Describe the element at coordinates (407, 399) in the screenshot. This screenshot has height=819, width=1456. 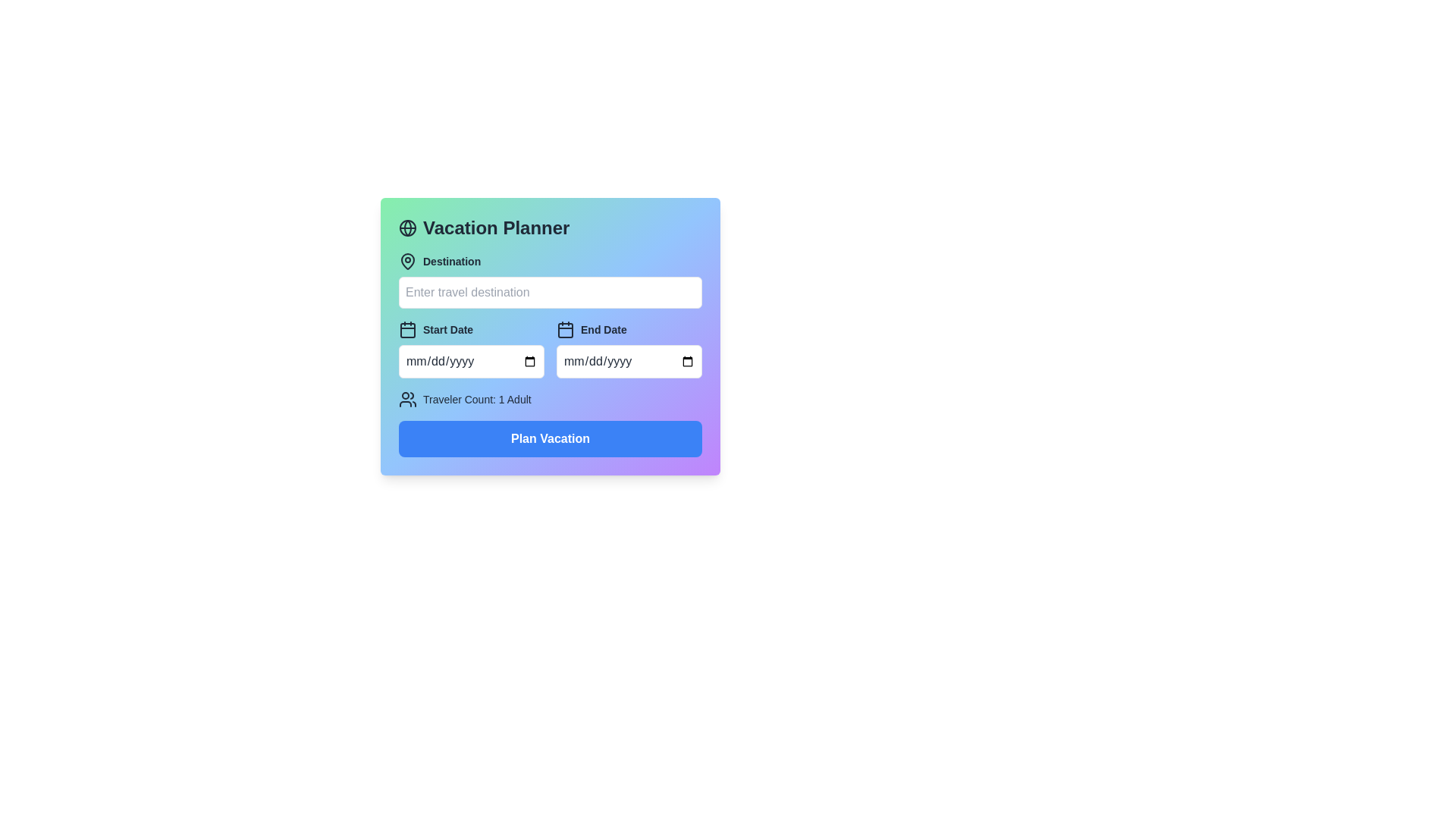
I see `the icon featuring two abstract human figures, which is positioned to the left of the text 'Traveler Count: 1 Adult' in the UI card` at that location.